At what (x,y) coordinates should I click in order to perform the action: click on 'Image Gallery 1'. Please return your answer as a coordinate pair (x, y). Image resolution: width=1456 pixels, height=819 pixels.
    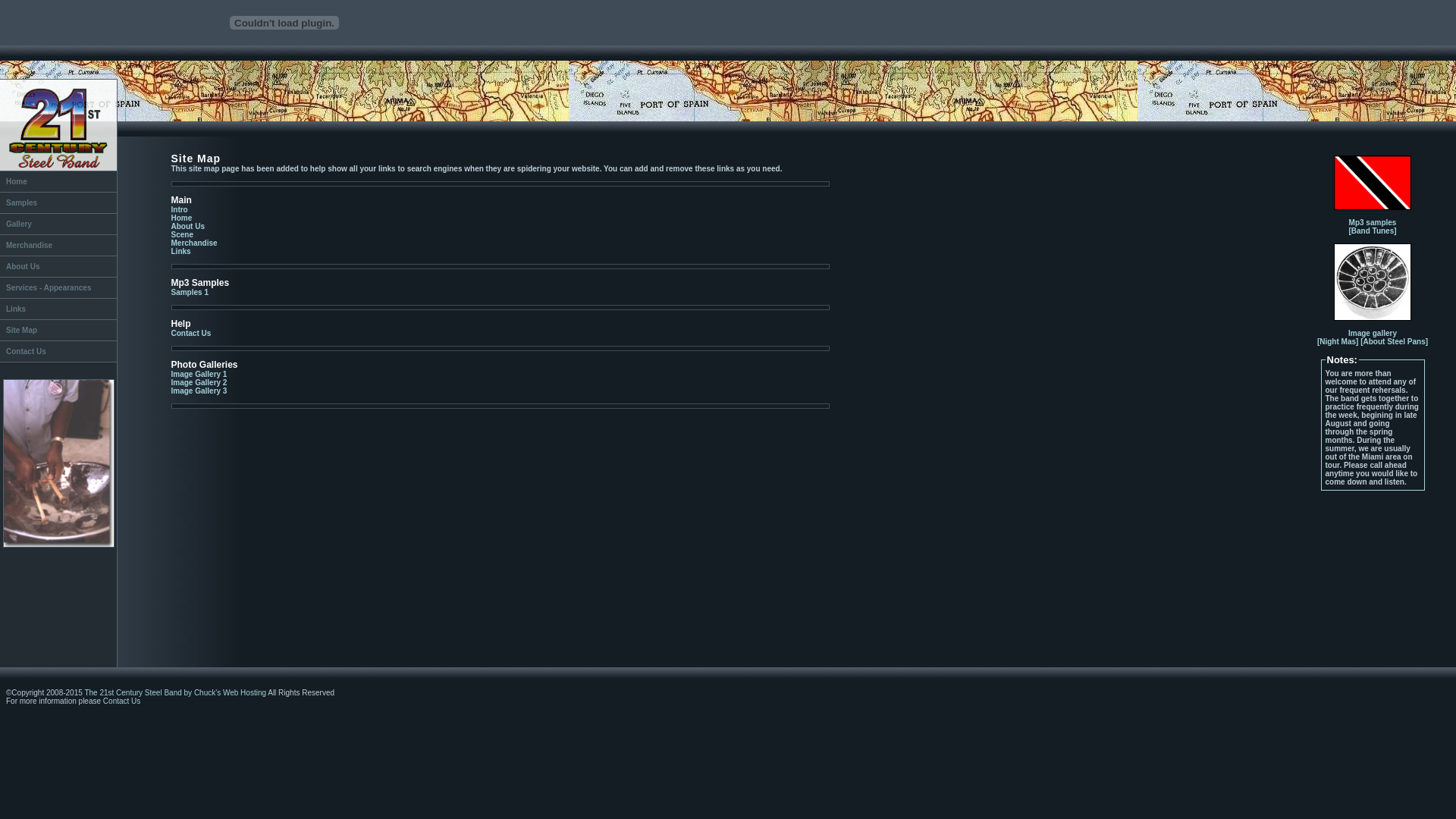
    Looking at the image, I should click on (199, 374).